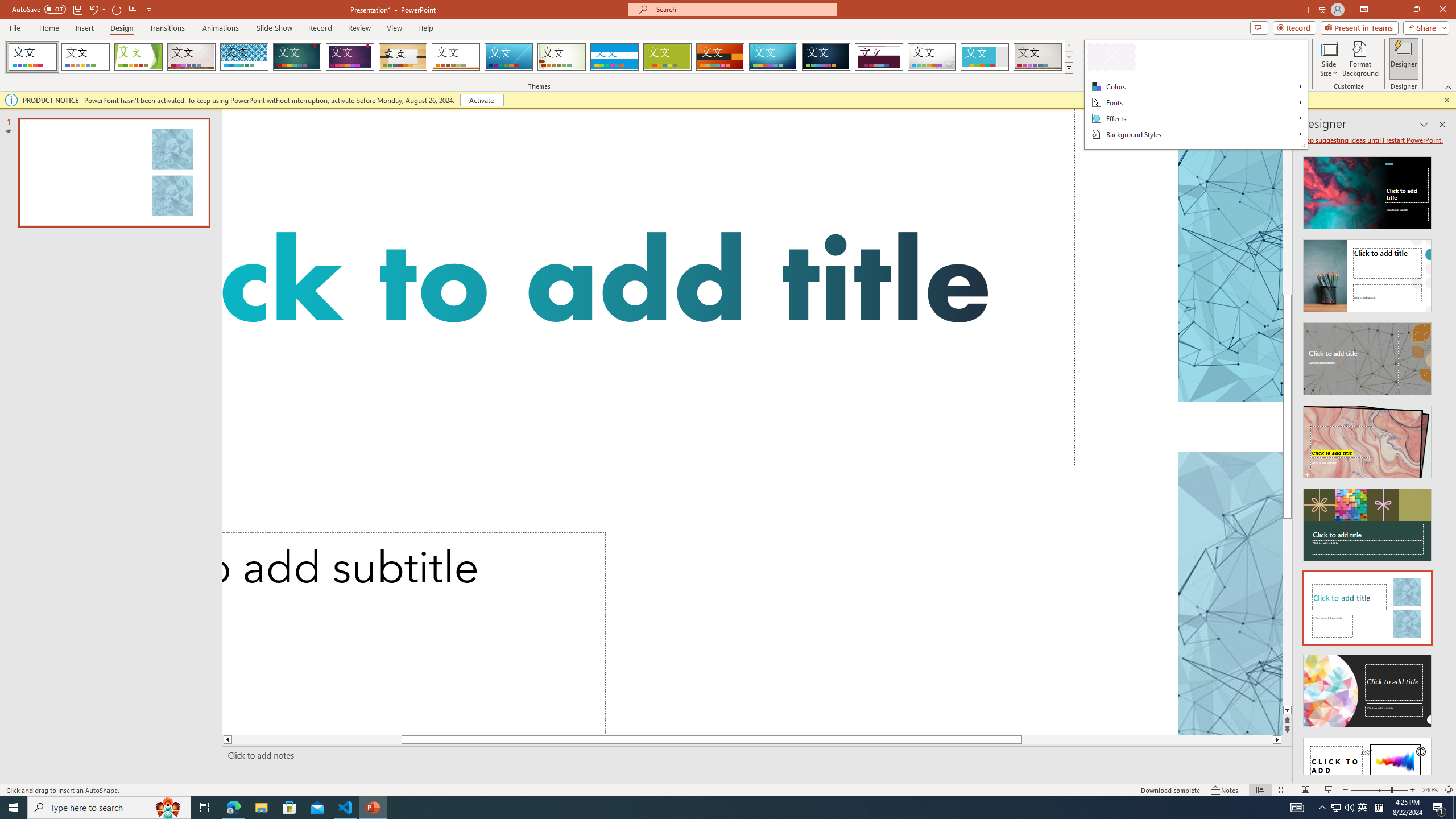 This screenshot has width=1456, height=819. I want to click on 'FadeVTI', so click(32, 56).